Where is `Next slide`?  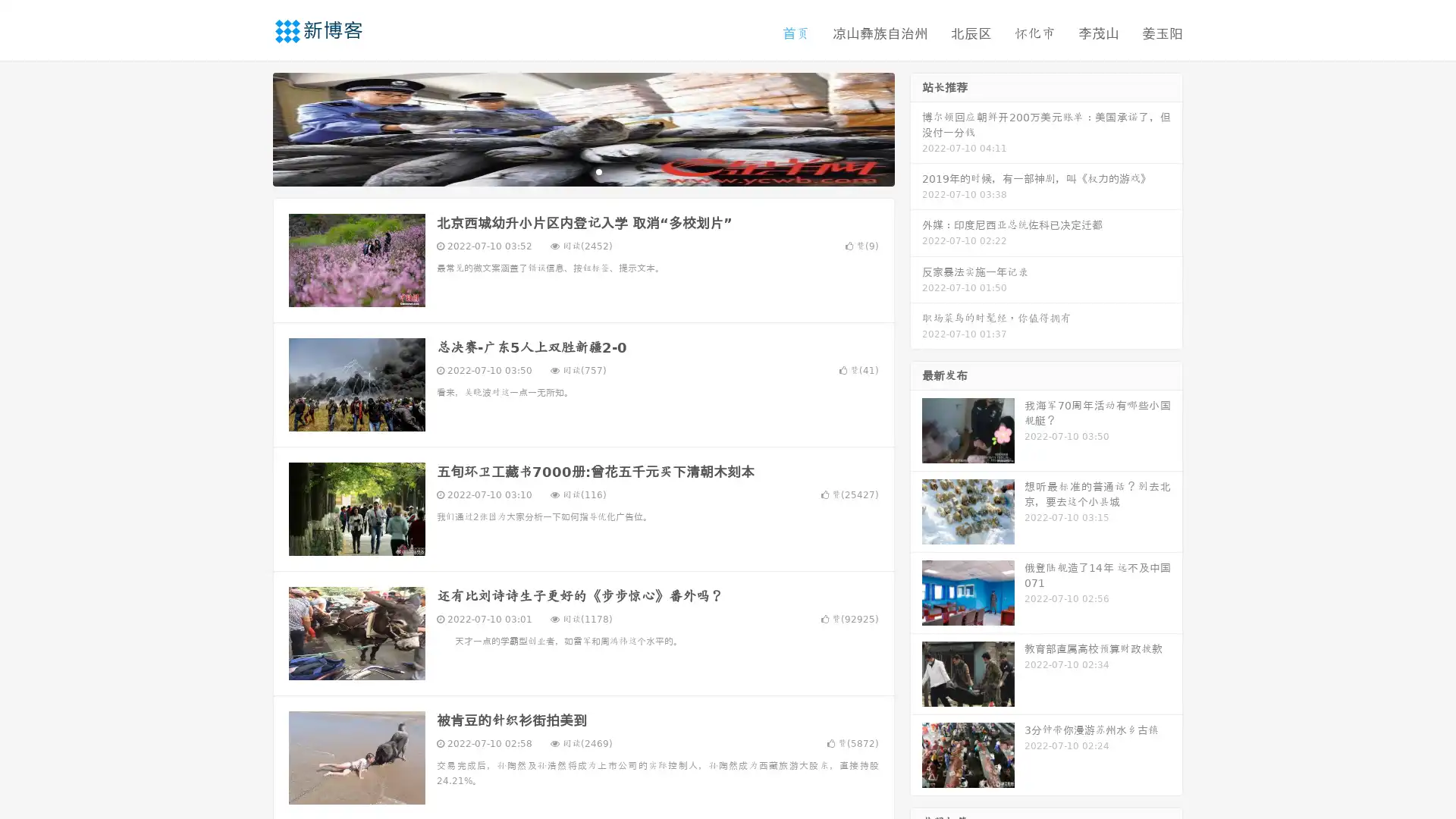
Next slide is located at coordinates (916, 127).